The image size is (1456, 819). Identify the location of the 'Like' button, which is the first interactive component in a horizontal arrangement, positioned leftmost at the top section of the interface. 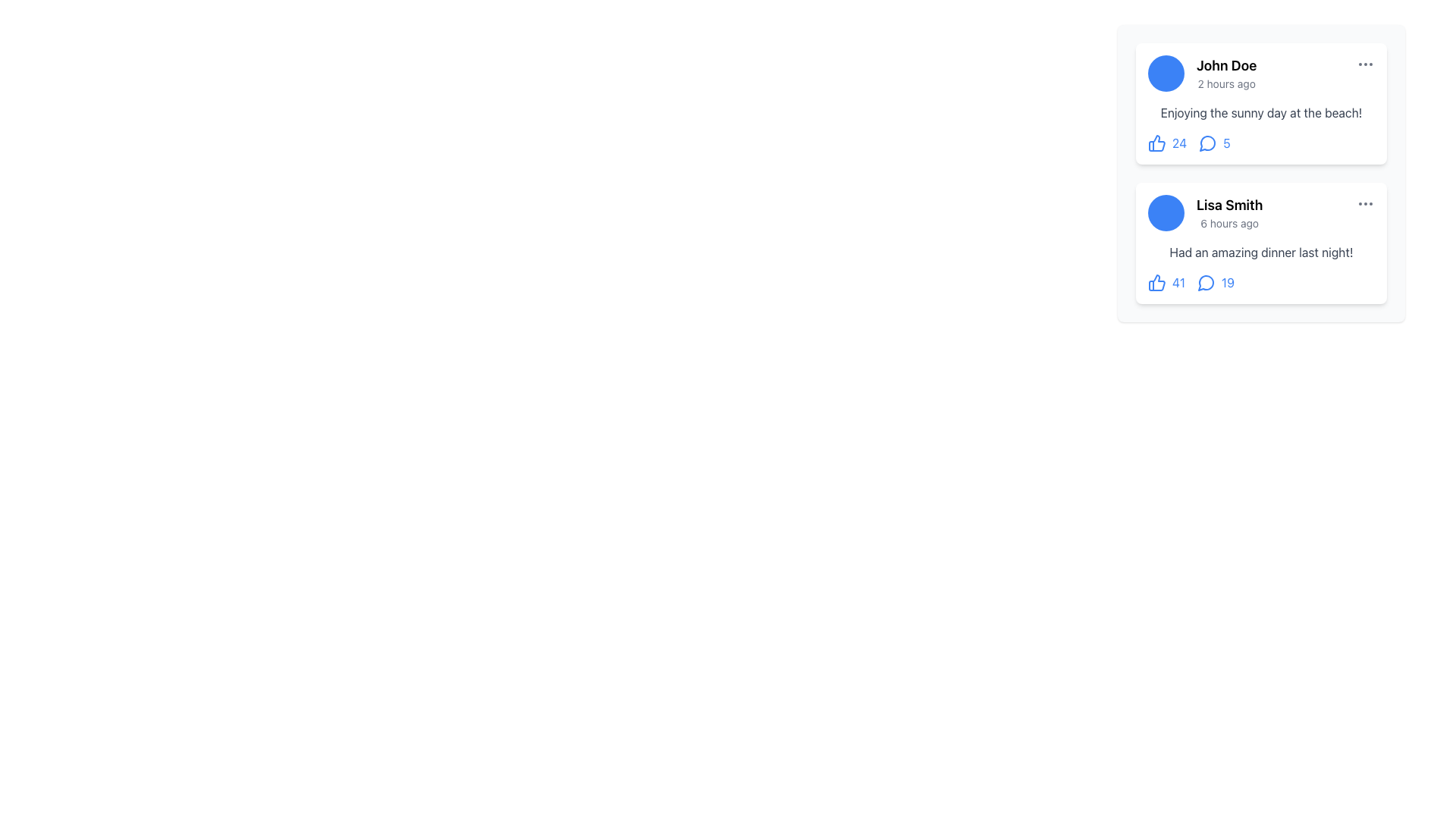
(1166, 143).